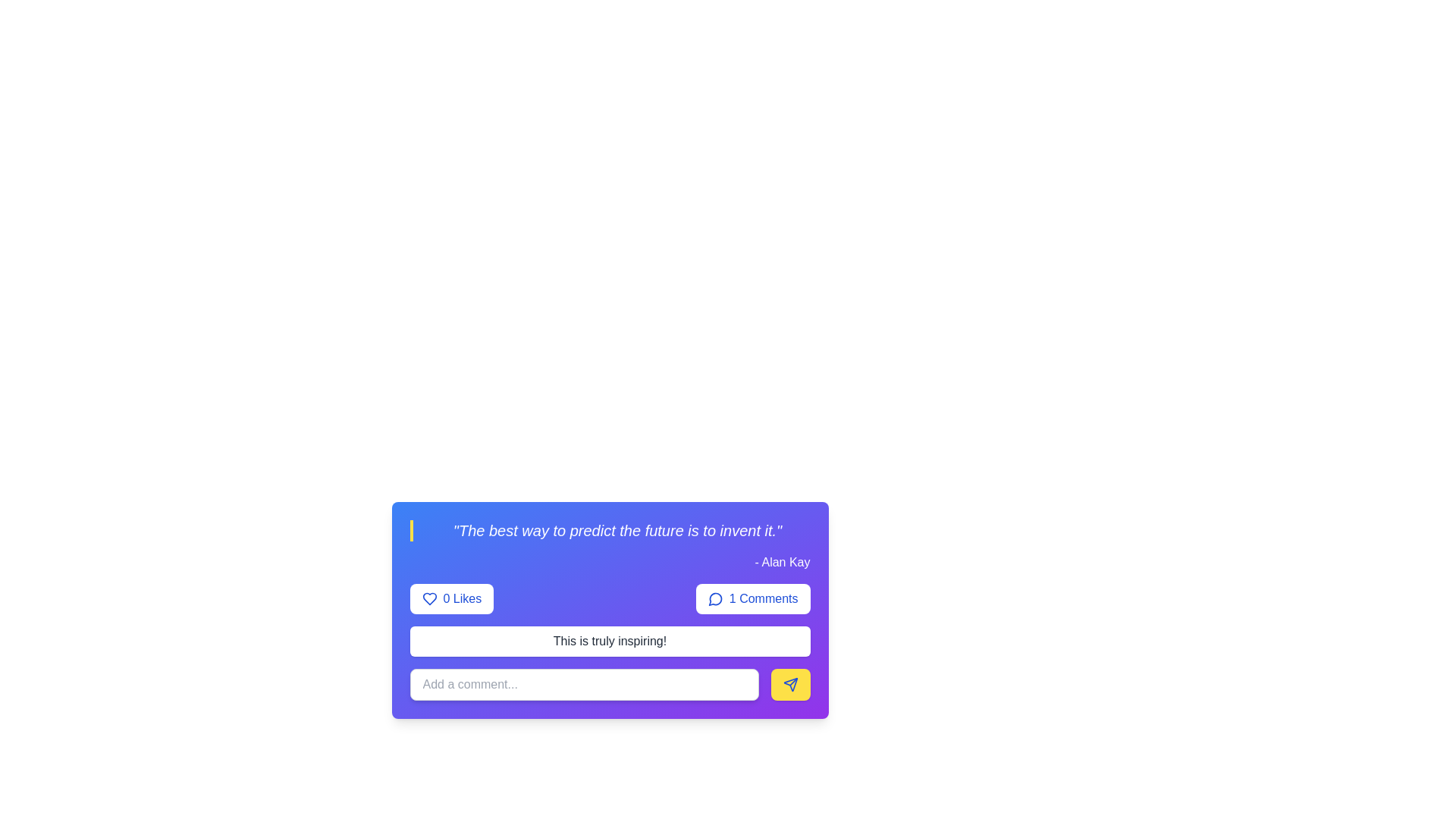 The width and height of the screenshot is (1456, 819). Describe the element at coordinates (428, 598) in the screenshot. I see `the heart icon located in the bottom-left section of the card interface to like the content` at that location.